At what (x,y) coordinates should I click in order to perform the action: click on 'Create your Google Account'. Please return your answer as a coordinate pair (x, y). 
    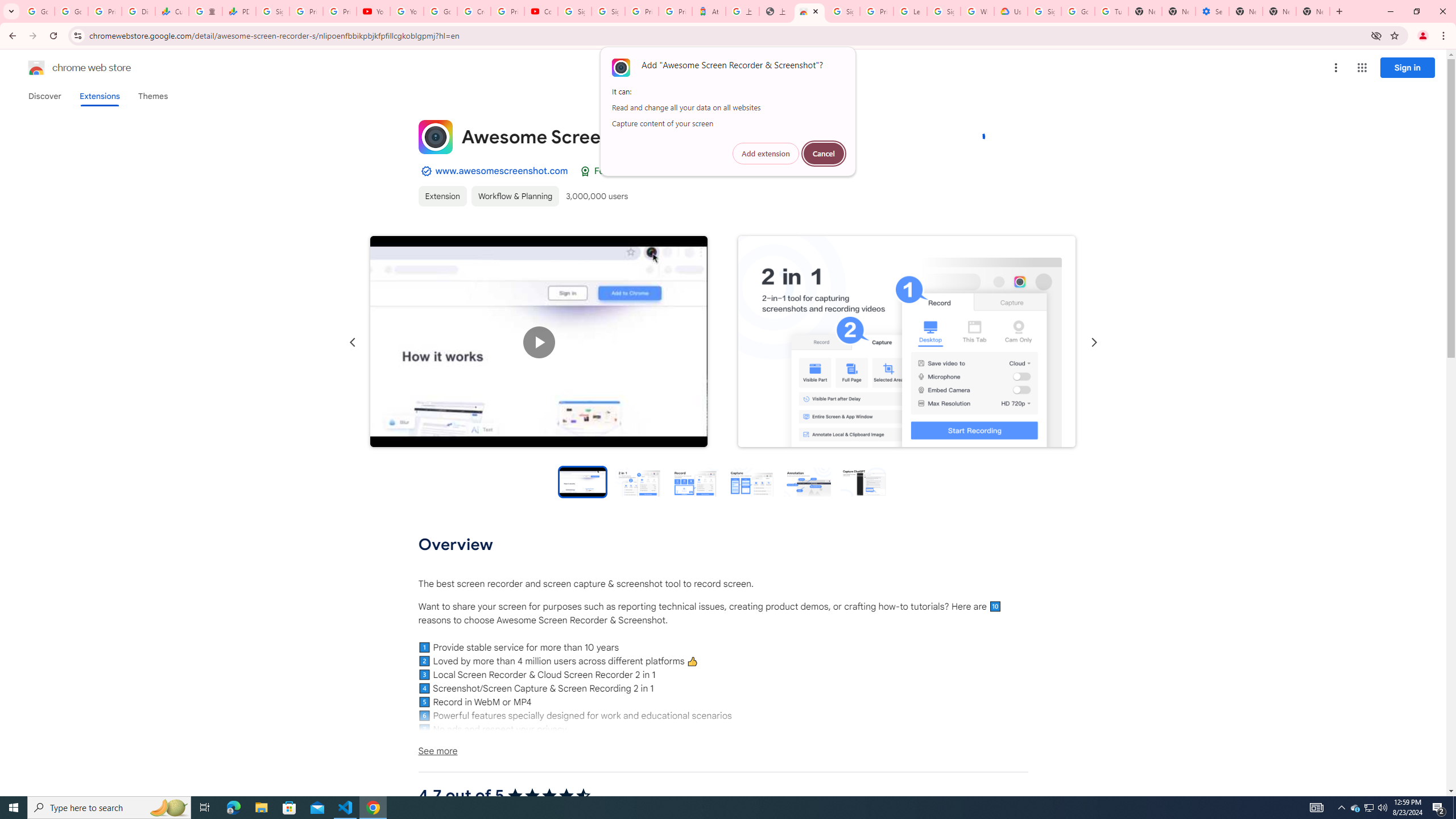
    Looking at the image, I should click on (474, 11).